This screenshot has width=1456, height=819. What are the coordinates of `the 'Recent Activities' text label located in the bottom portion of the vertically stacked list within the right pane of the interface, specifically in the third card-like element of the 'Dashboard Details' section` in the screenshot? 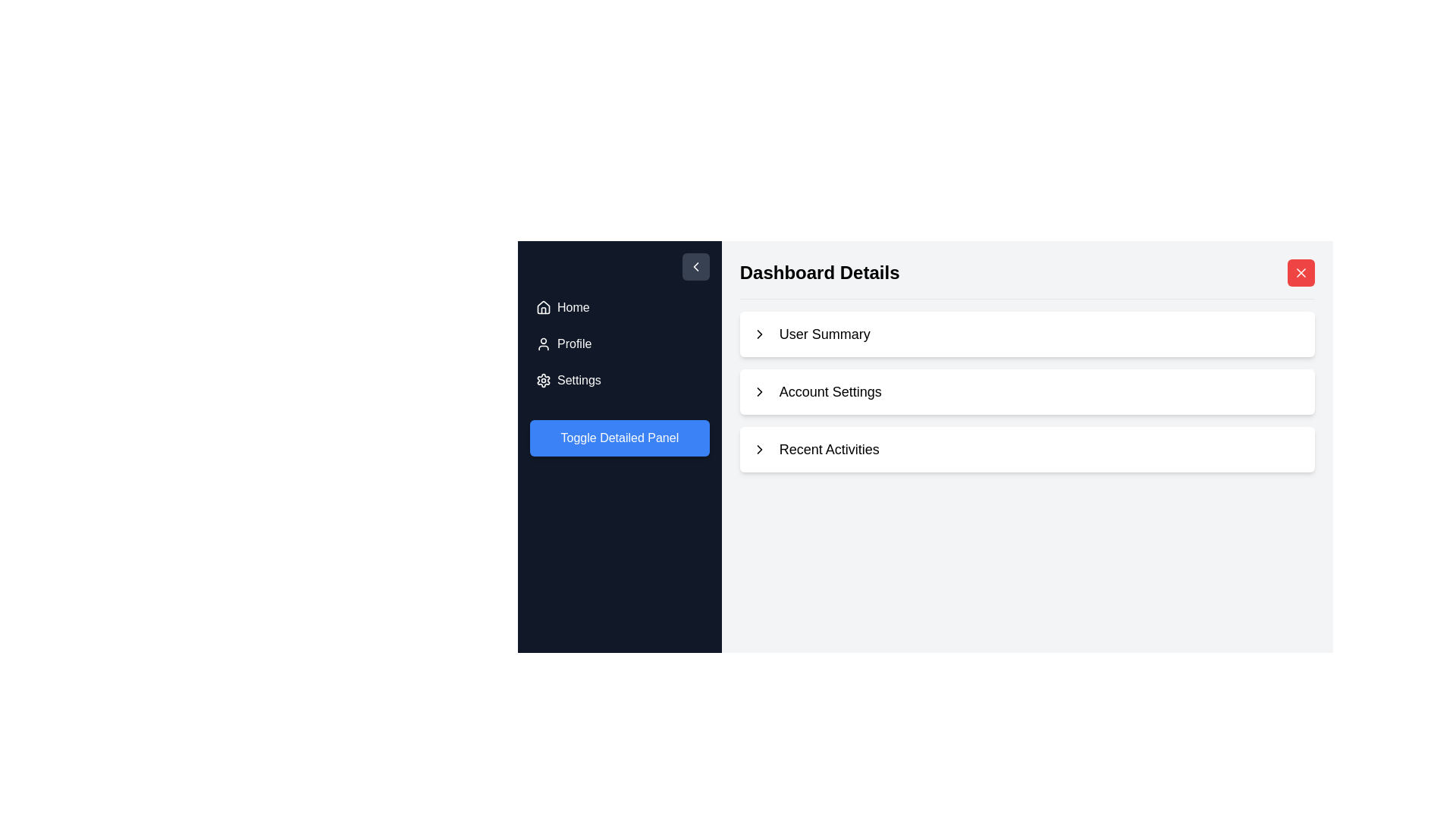 It's located at (828, 449).